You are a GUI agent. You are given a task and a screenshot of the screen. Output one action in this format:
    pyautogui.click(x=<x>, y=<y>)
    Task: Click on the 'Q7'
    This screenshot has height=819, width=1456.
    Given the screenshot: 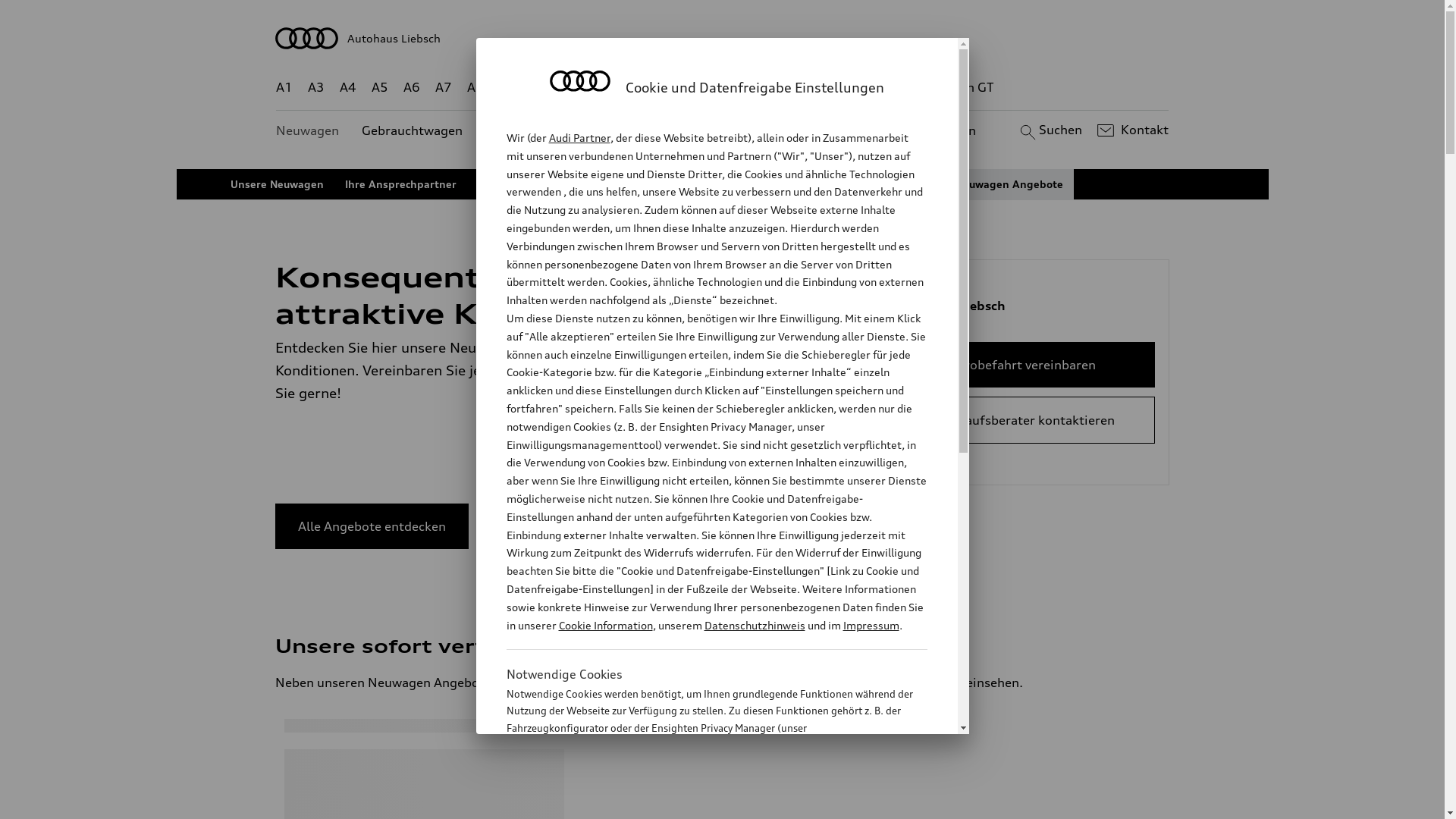 What is the action you would take?
    pyautogui.click(x=669, y=87)
    